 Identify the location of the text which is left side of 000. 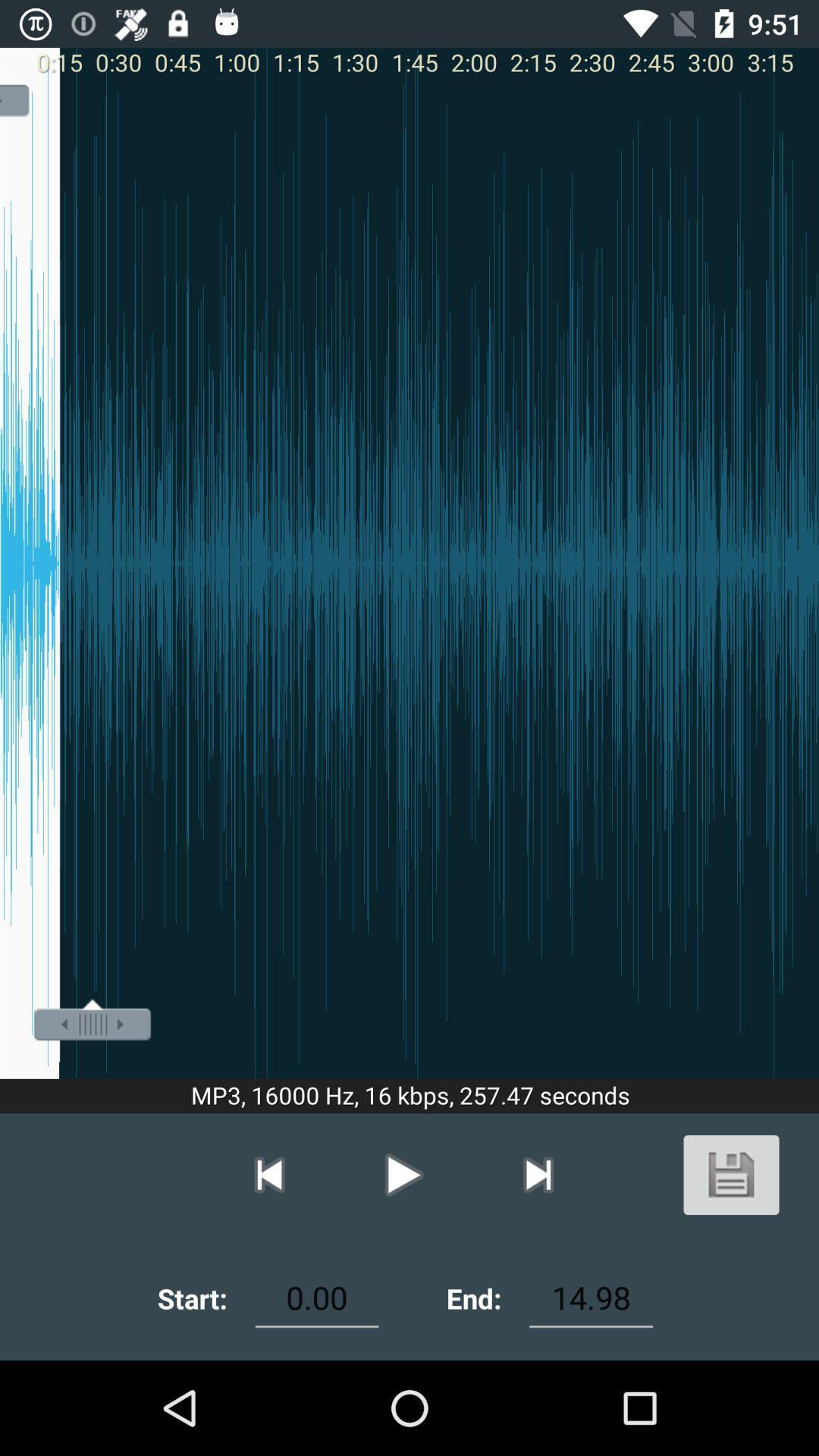
(192, 1298).